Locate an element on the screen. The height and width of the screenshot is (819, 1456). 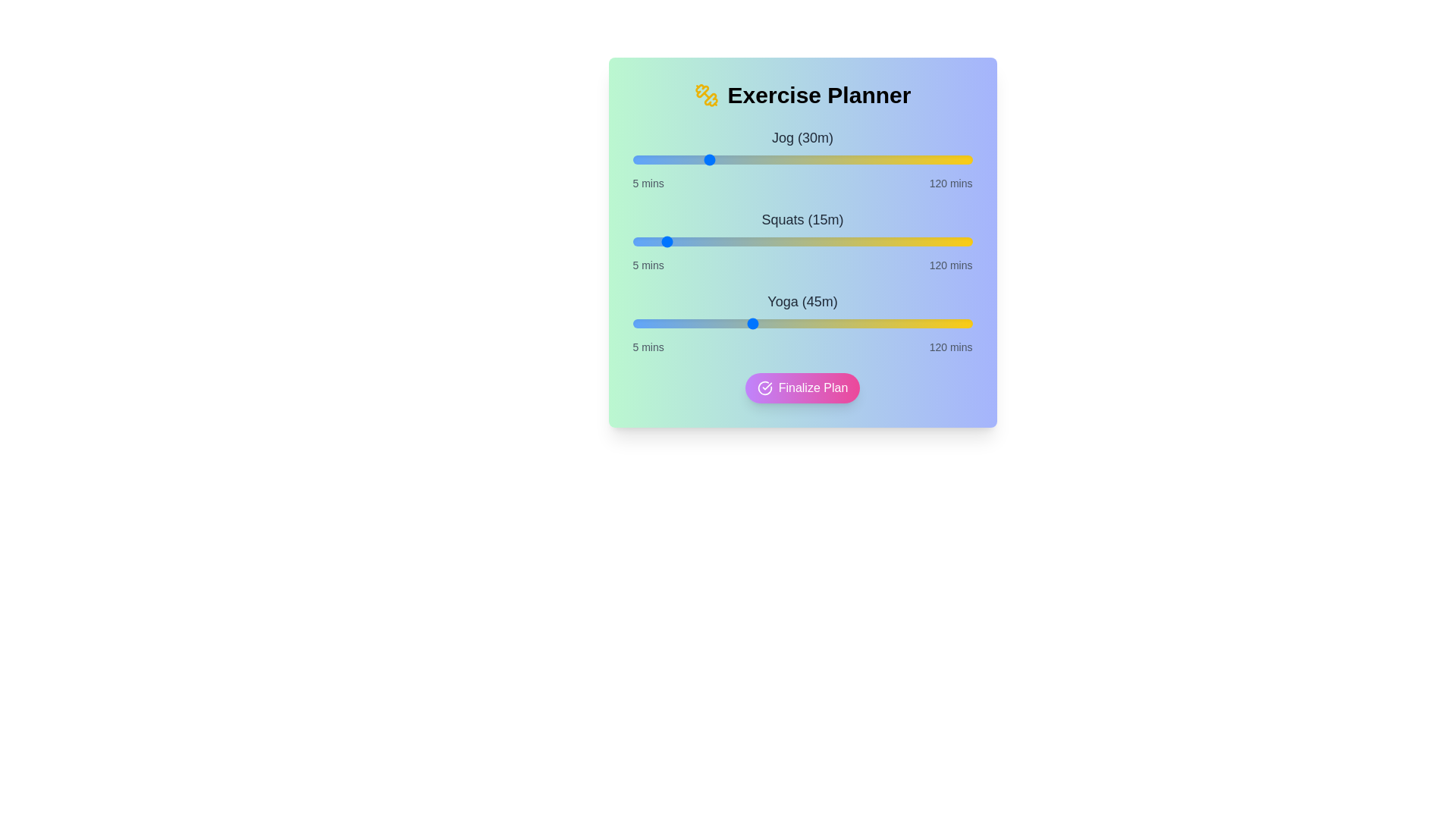
the duration of the 1 slider to 54 minutes is located at coordinates (777, 241).